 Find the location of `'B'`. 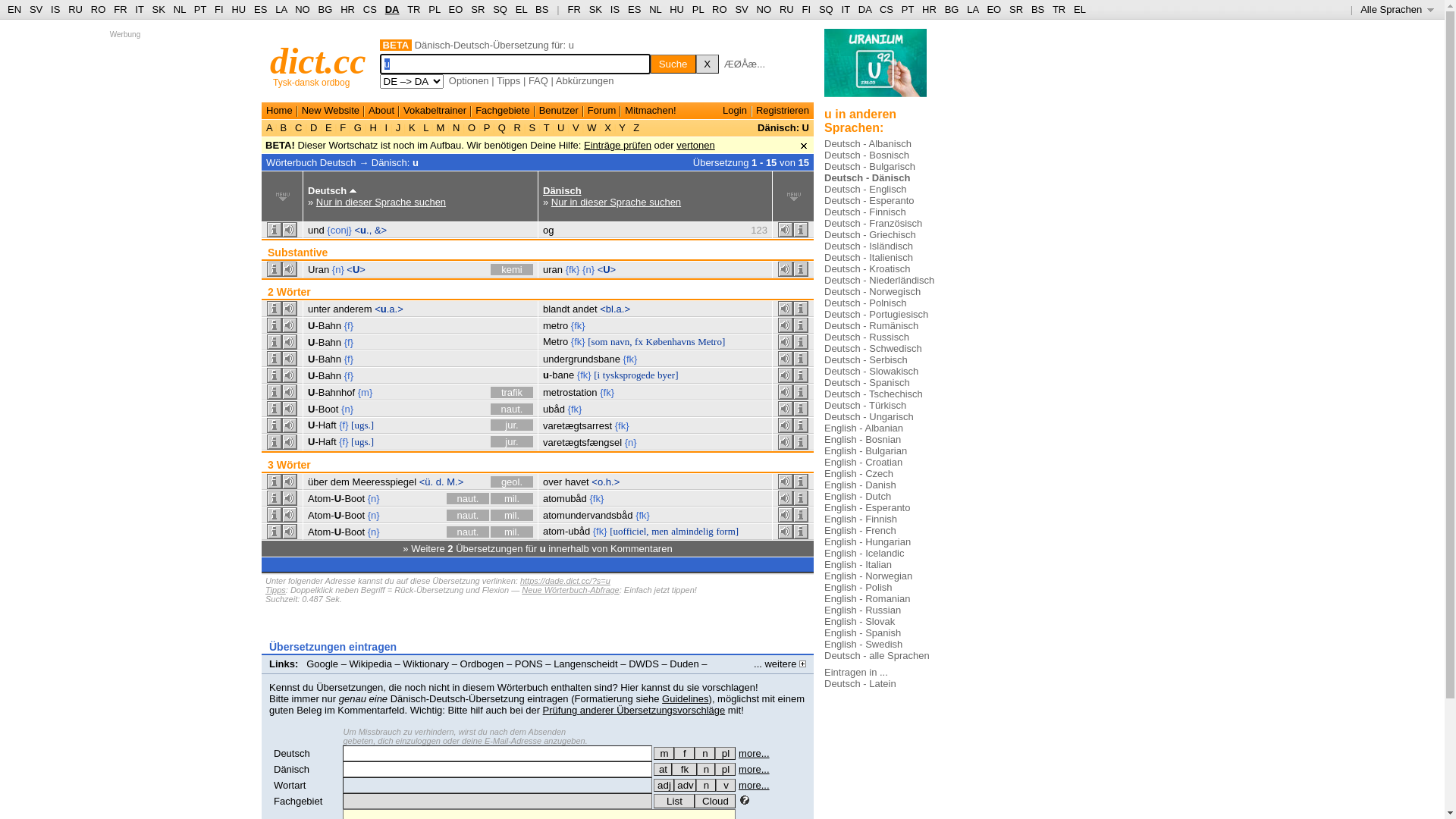

'B' is located at coordinates (284, 127).